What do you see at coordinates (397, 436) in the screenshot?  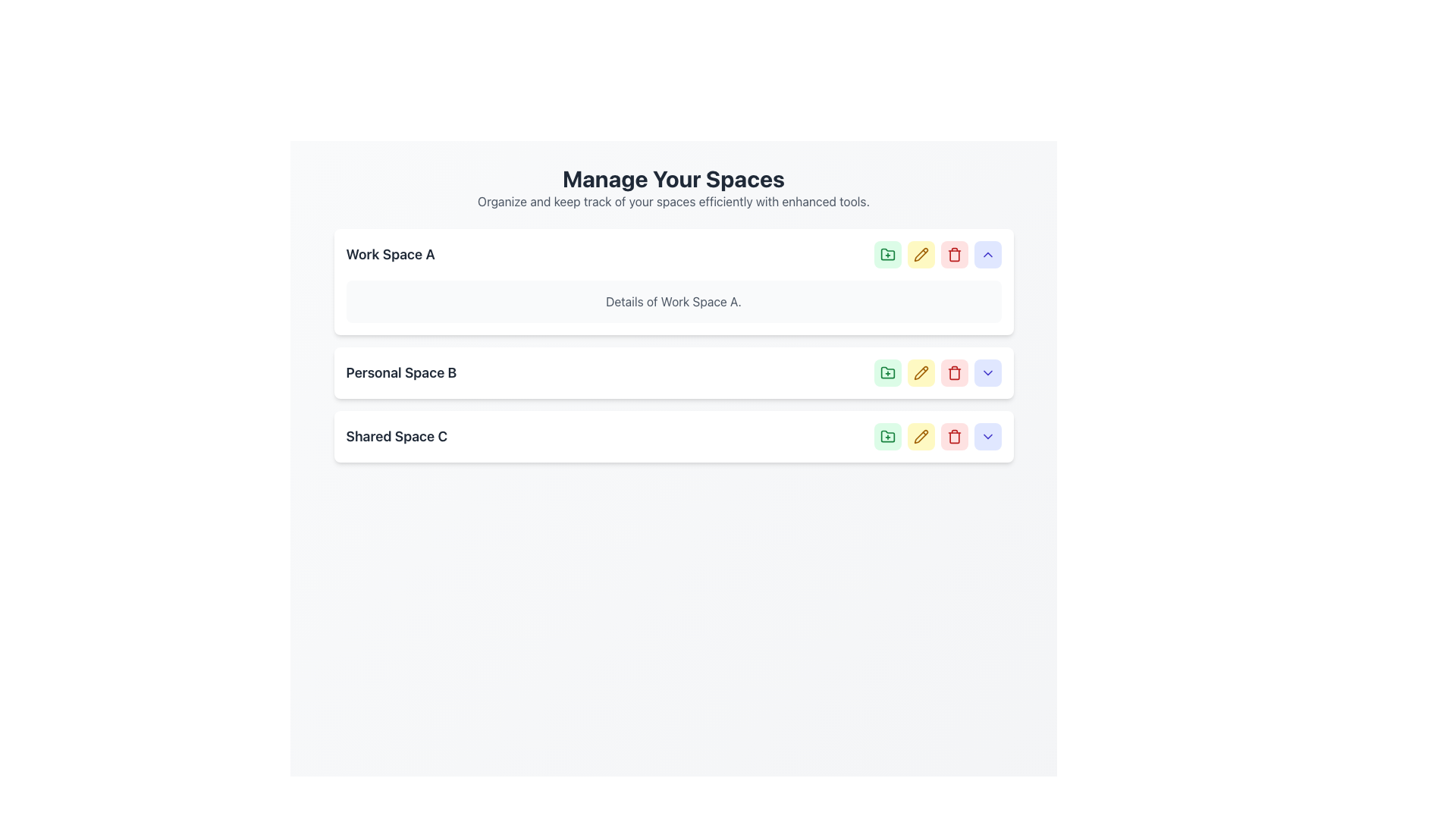 I see `text from the text label that reads 'Shared Space C', which is styled with a bold font in dark gray color` at bounding box center [397, 436].